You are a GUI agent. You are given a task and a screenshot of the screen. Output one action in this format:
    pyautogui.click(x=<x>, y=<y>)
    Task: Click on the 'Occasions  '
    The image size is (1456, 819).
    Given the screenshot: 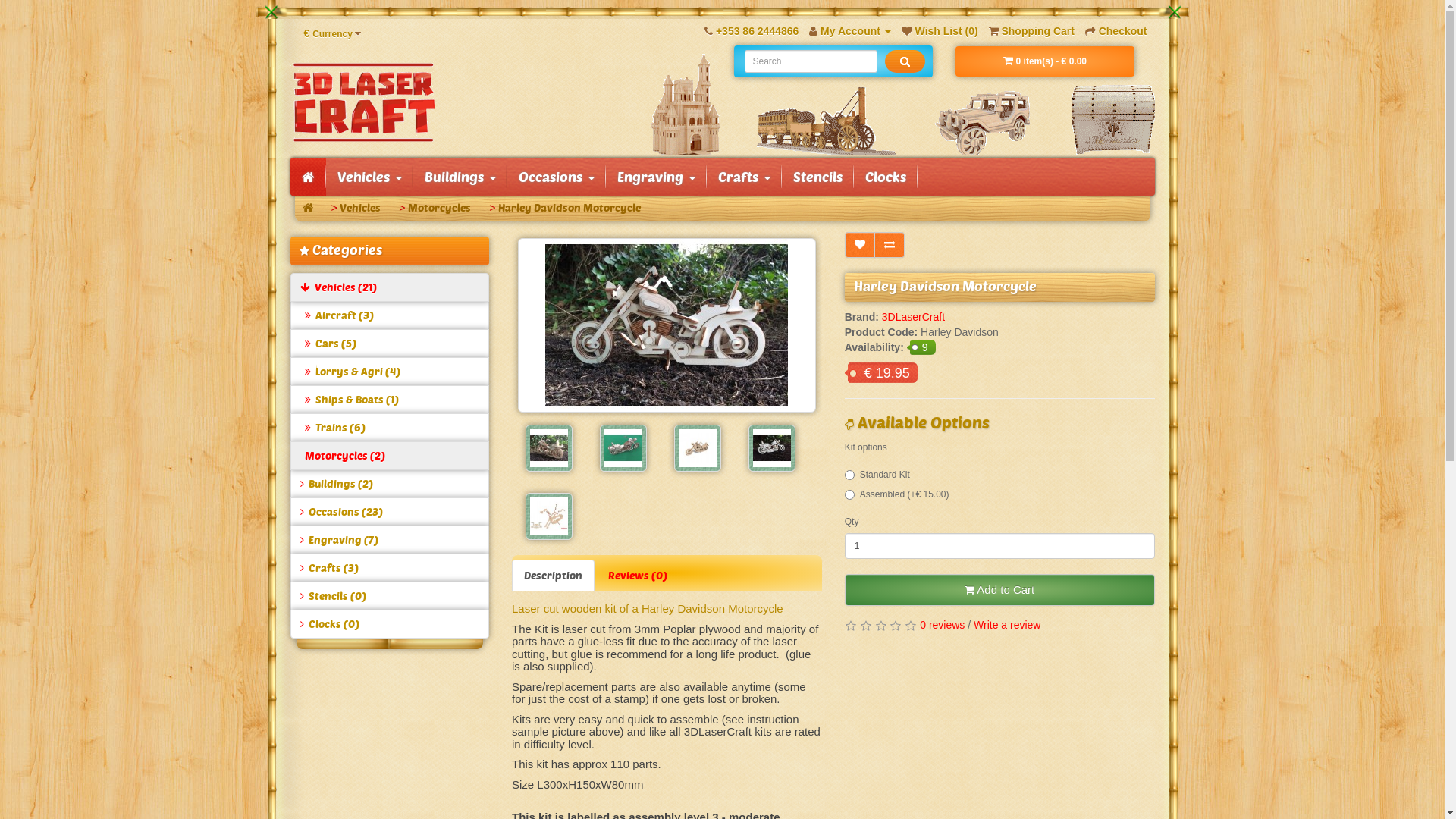 What is the action you would take?
    pyautogui.click(x=555, y=175)
    